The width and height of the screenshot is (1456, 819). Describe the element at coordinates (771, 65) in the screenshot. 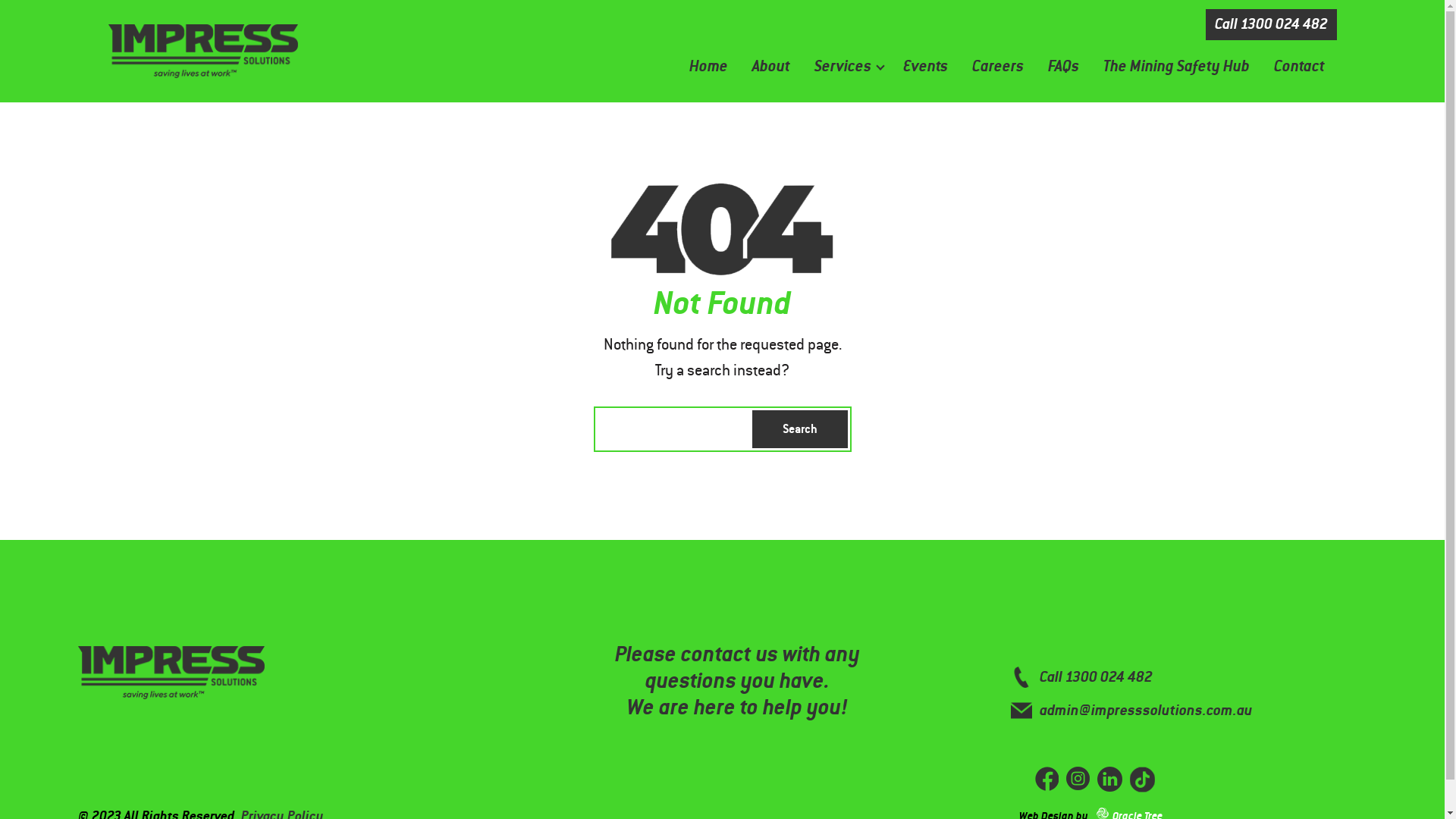

I see `'About'` at that location.